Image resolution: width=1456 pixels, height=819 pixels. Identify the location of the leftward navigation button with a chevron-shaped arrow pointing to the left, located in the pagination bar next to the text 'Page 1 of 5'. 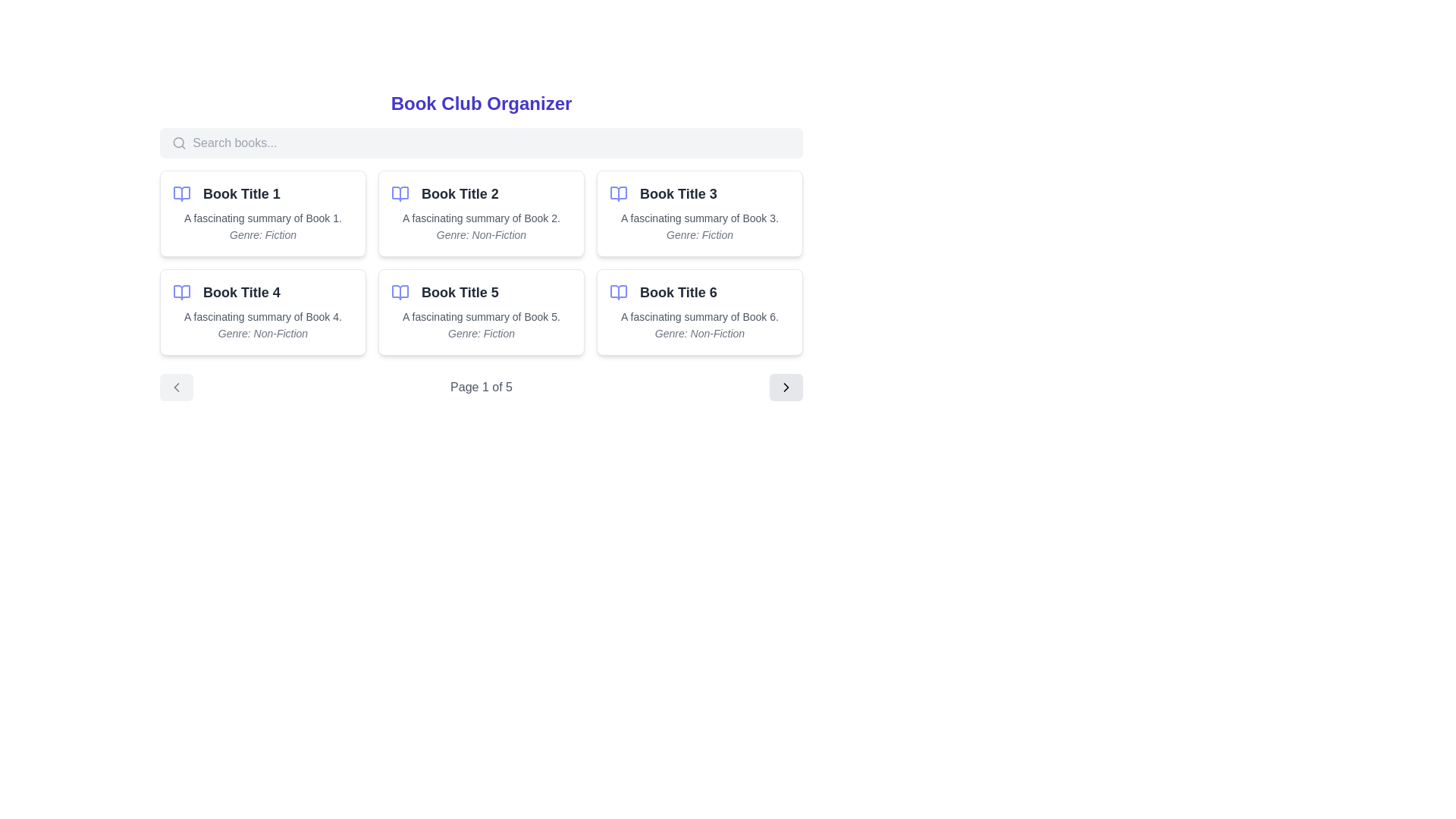
(177, 386).